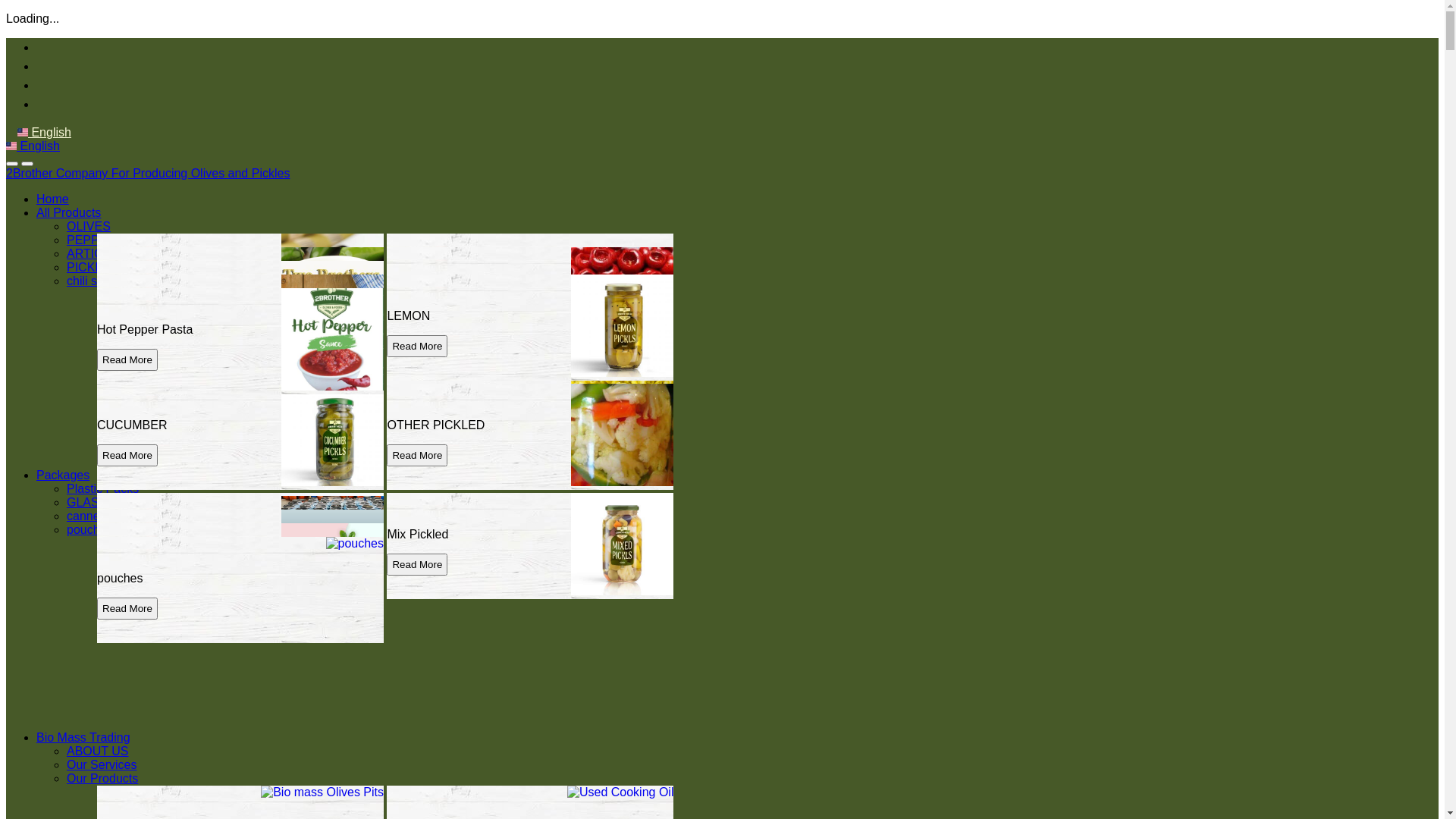 The height and width of the screenshot is (819, 1456). Describe the element at coordinates (101, 253) in the screenshot. I see `'ARTICHOKE'` at that location.